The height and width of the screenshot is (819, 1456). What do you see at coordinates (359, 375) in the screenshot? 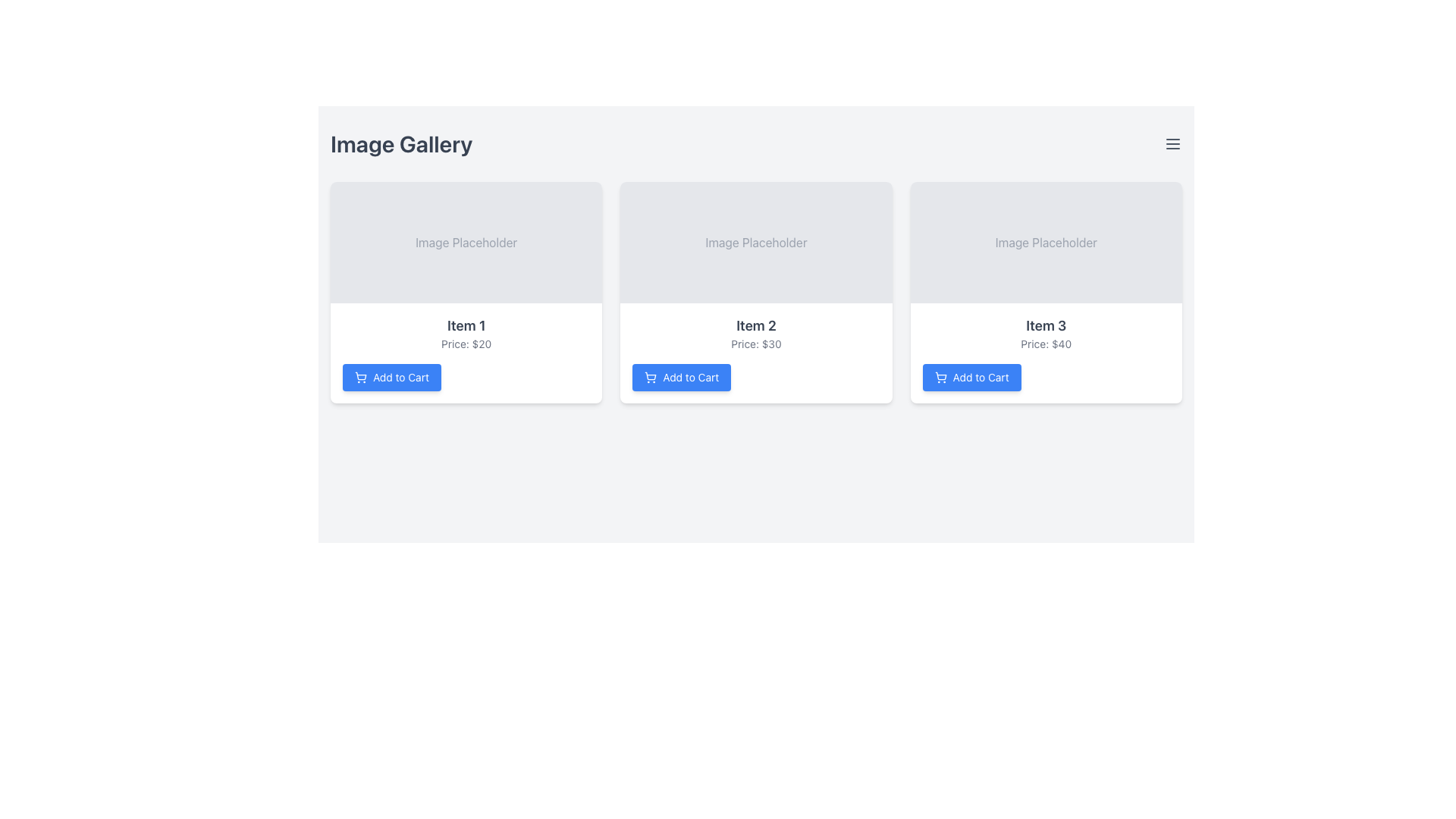
I see `the small SVG graphical element that is part of the shopping cart icon located next to the 'Add to Cart' button under 'Item 1'` at bounding box center [359, 375].